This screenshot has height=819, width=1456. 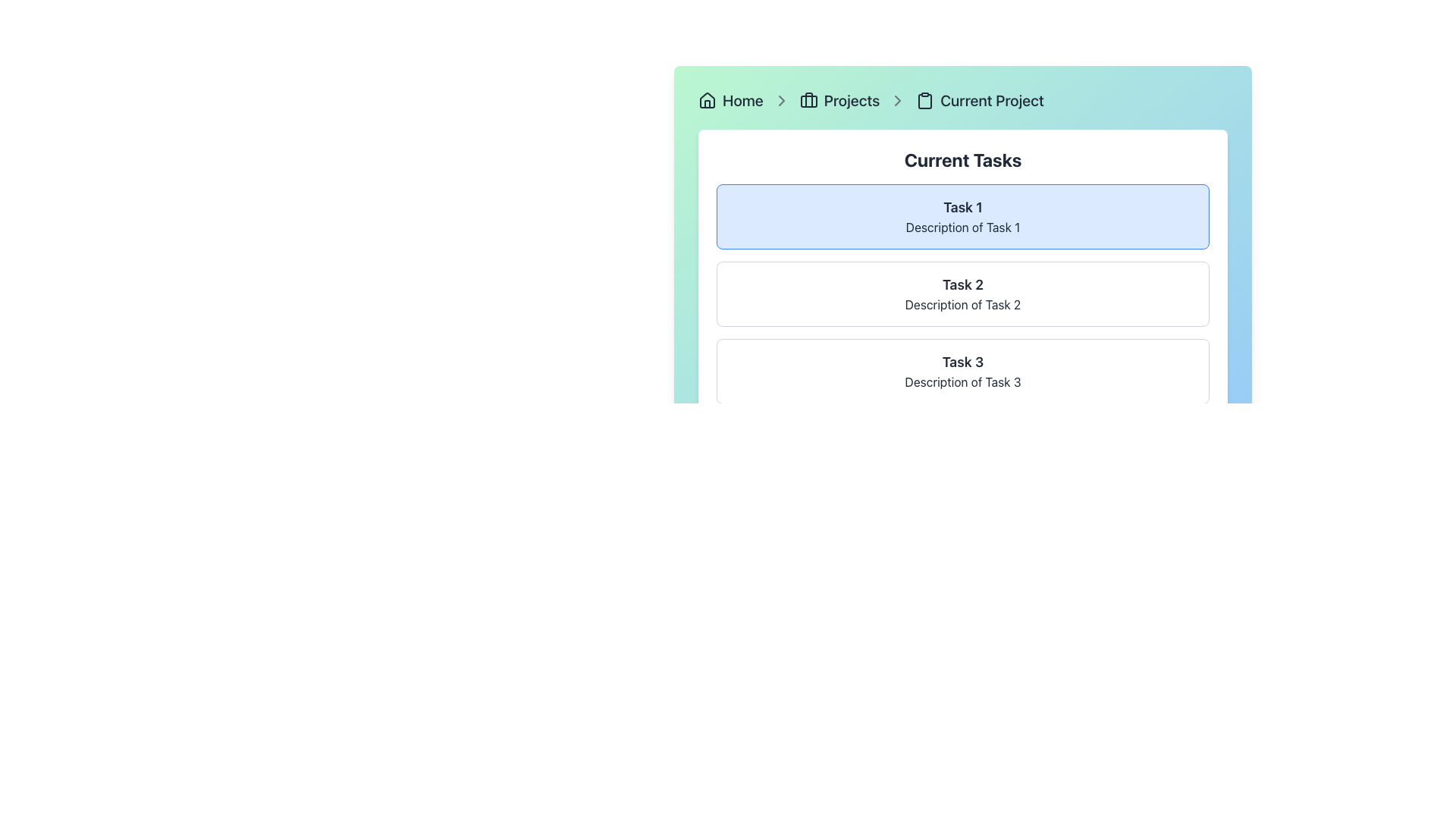 What do you see at coordinates (924, 100) in the screenshot?
I see `the clipboard icon located in the top navigation bar, which is adjacent to the 'Current Project' text link` at bounding box center [924, 100].